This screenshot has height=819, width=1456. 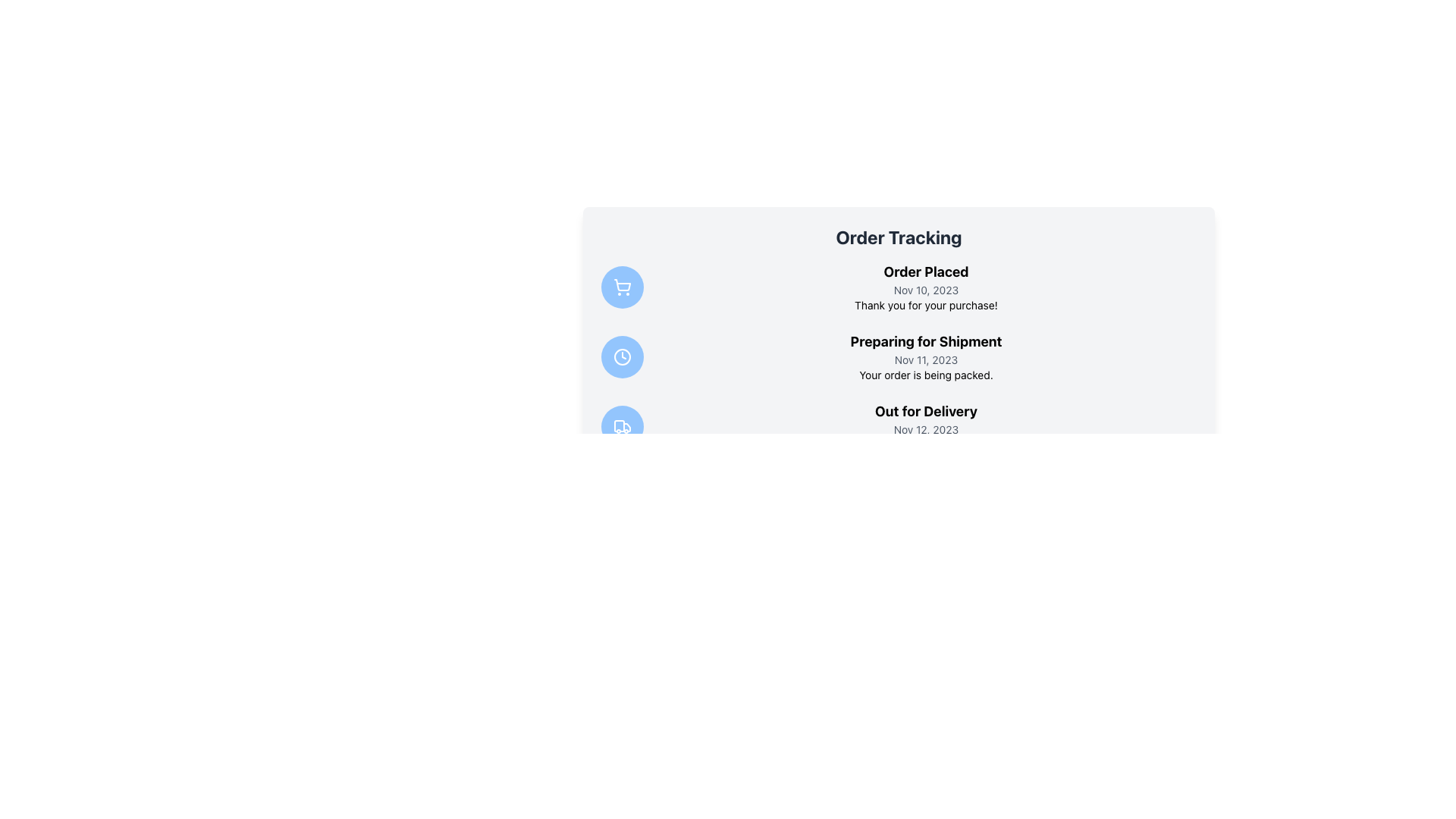 I want to click on the 'Preparing for Shipment' status icon, which is a clock symbol indicating time or progress, located to the left of the status text, so click(x=622, y=356).